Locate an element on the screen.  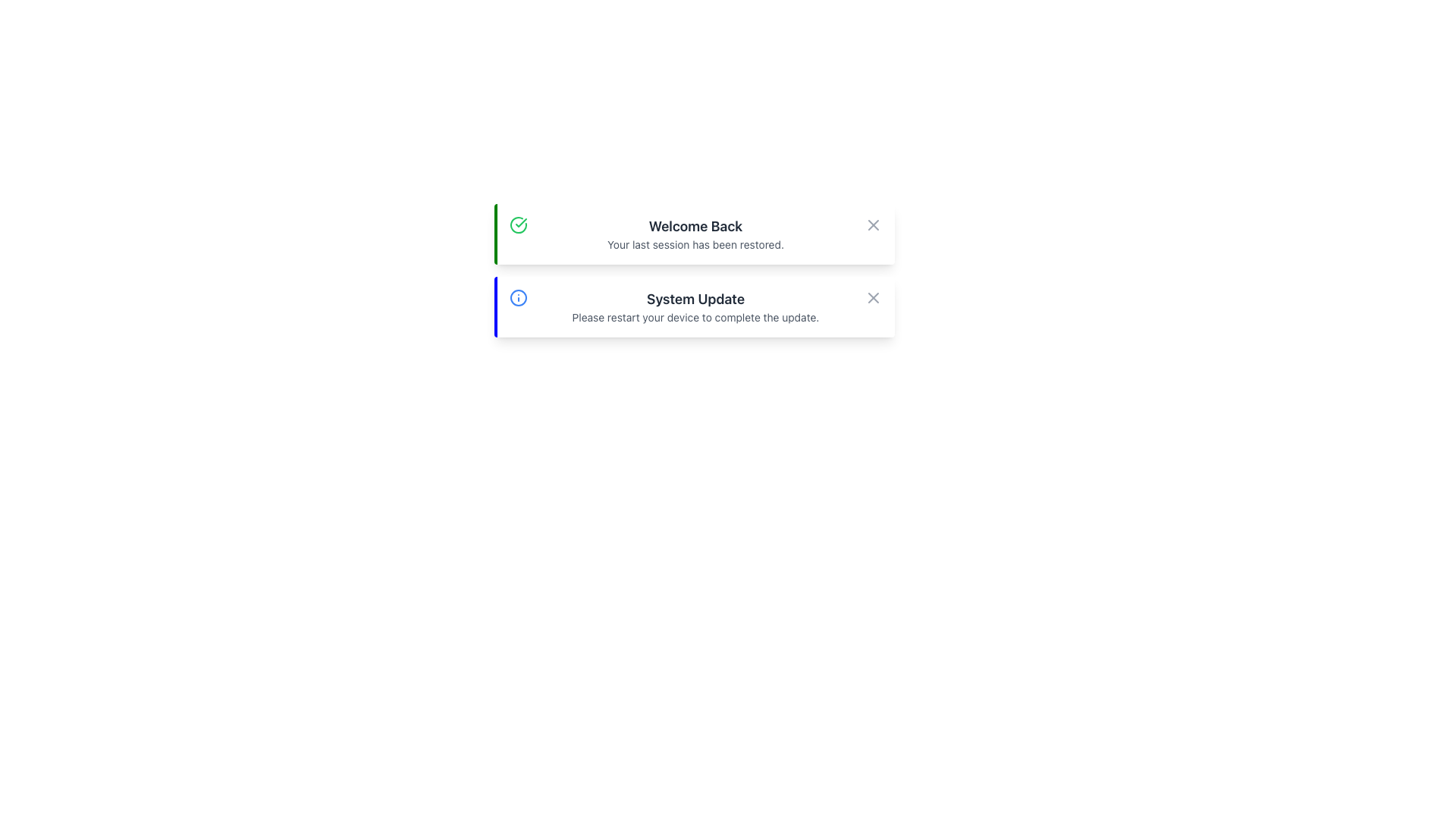
the Close/Dismiss icon located in the top-right corner of the System Update notification box is located at coordinates (873, 298).